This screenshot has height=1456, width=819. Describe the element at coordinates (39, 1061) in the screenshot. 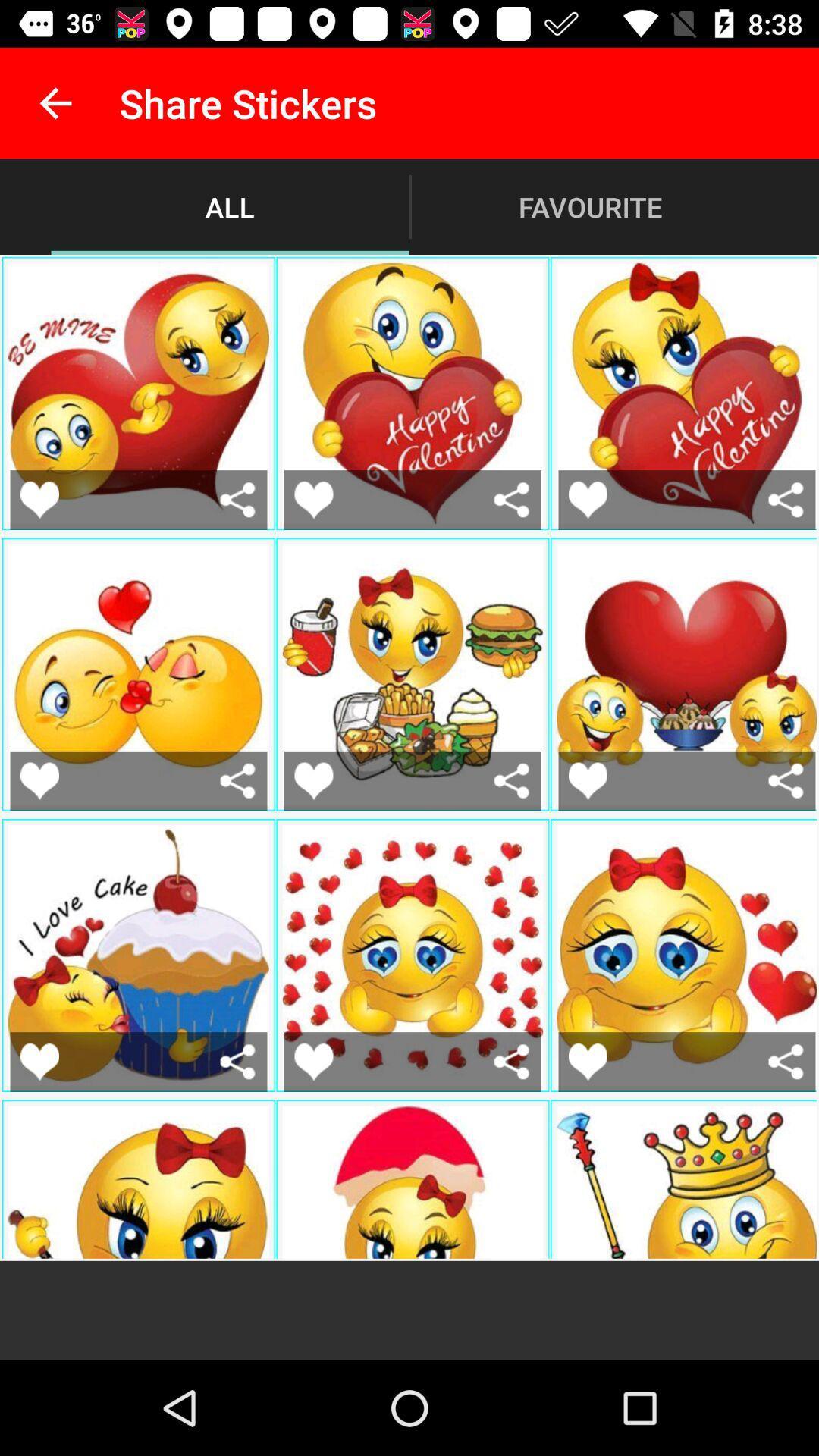

I see `like image` at that location.